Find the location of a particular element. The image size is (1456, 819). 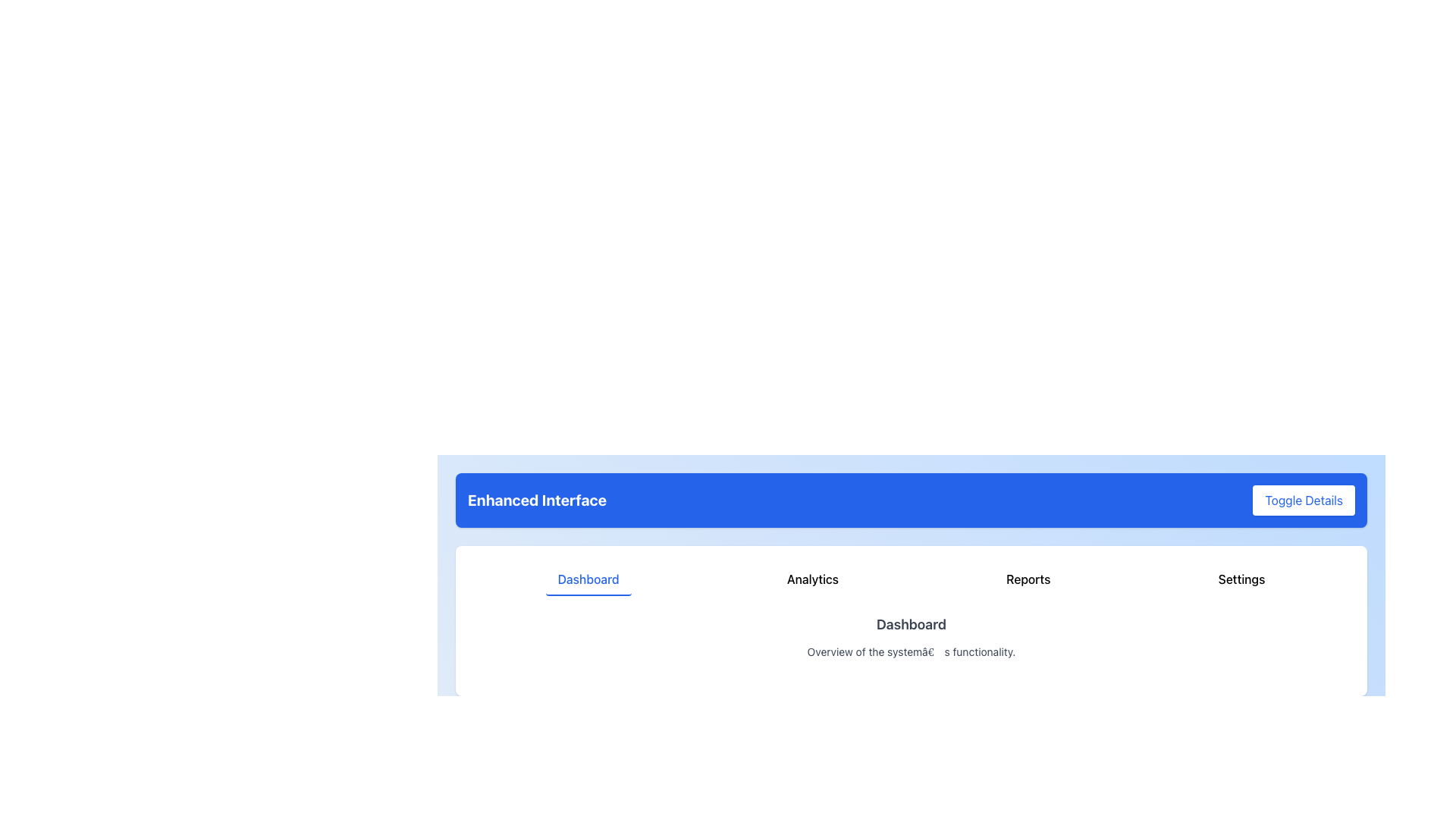

the 'Settings' tab in the navigation bar is located at coordinates (1241, 579).